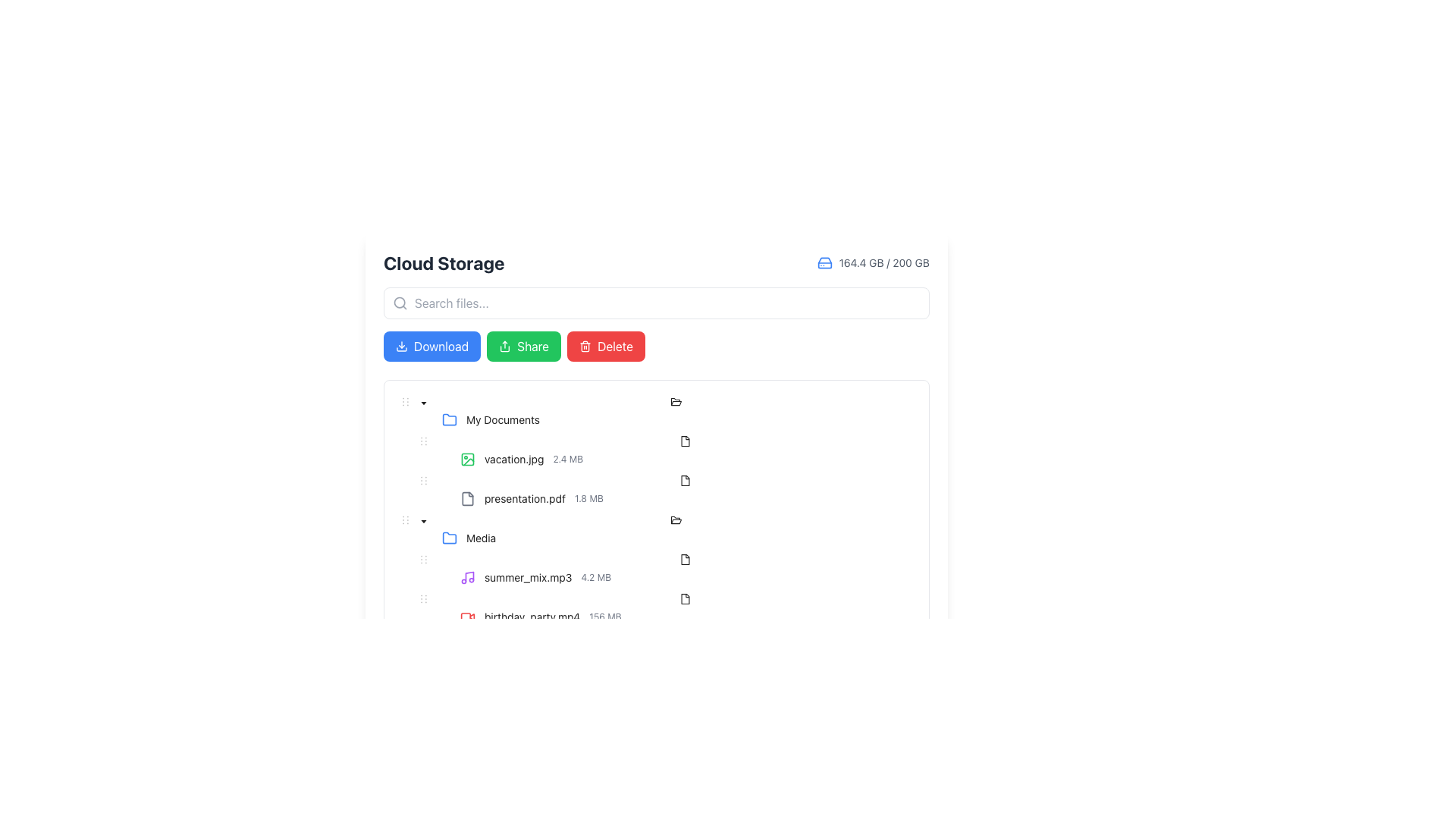 This screenshot has height=819, width=1456. I want to click on the image file indicator icon located to the left of the text 'vacation.jpg' in the horizontal list of items, so click(467, 458).